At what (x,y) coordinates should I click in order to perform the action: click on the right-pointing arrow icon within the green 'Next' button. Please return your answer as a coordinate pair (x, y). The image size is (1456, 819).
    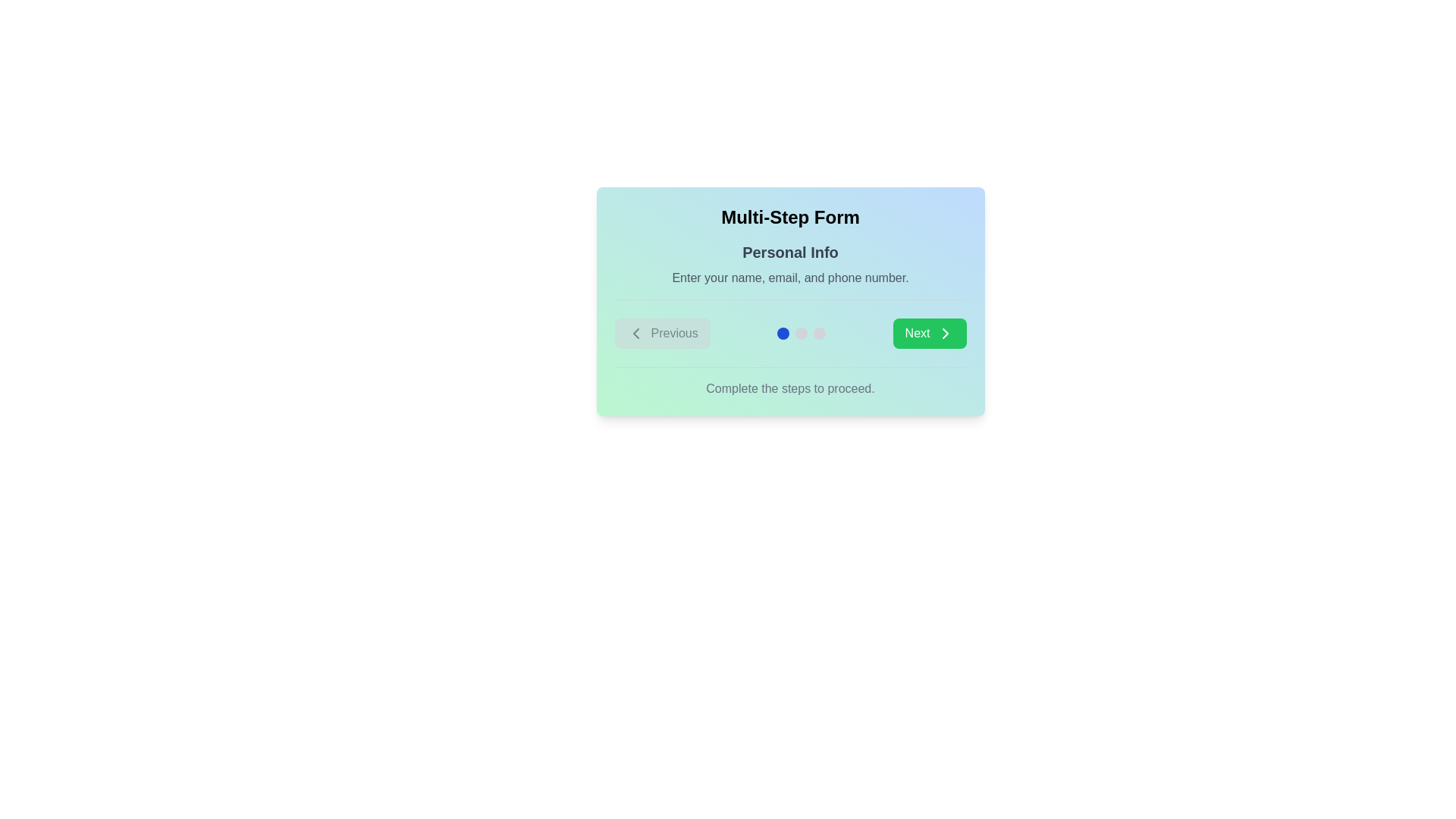
    Looking at the image, I should click on (944, 332).